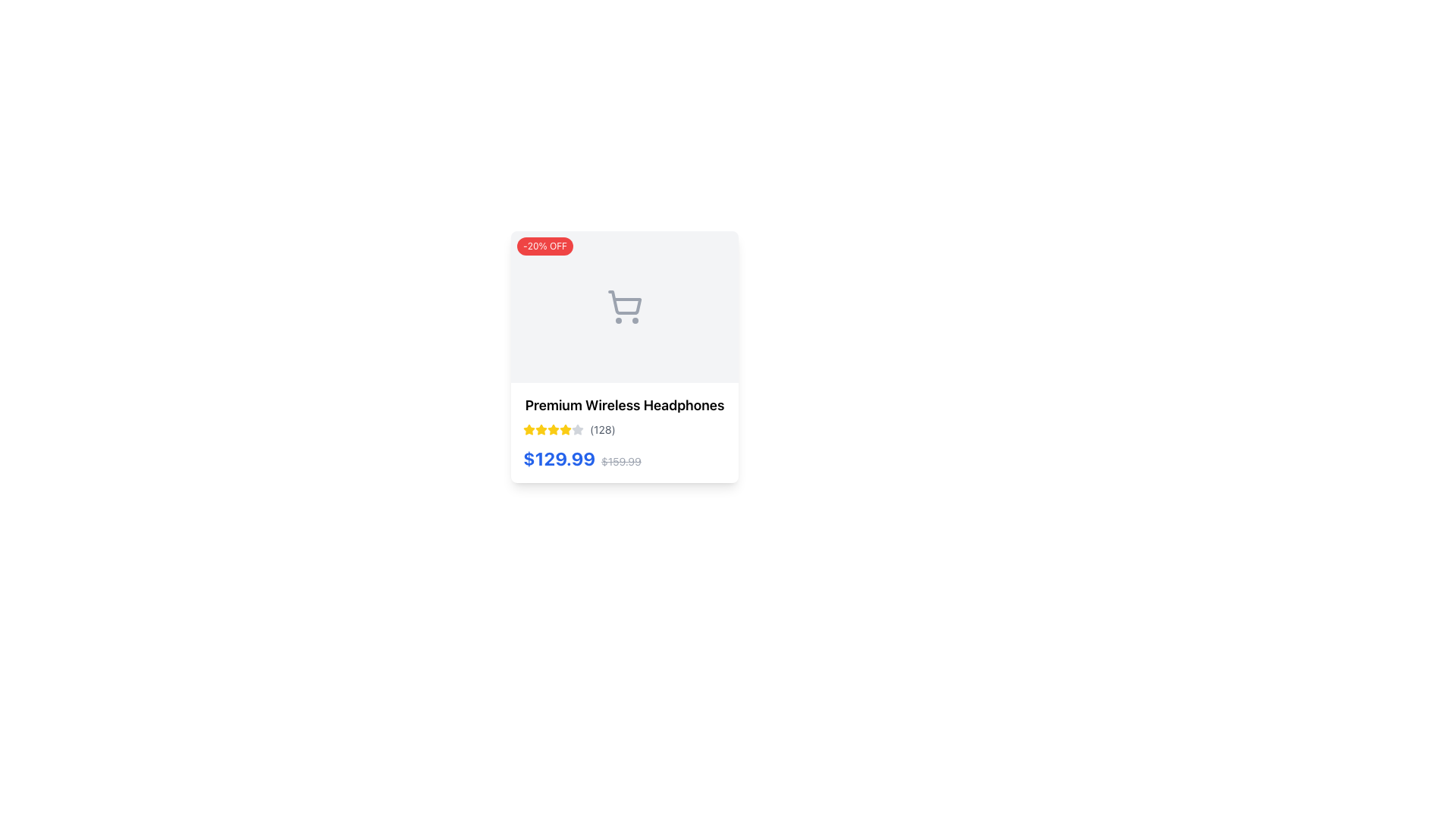 This screenshot has width=1456, height=819. What do you see at coordinates (621, 460) in the screenshot?
I see `the text label displaying the original price of the product, which is located to the right of the '$129.99' price label and is aligned with the discounted price` at bounding box center [621, 460].